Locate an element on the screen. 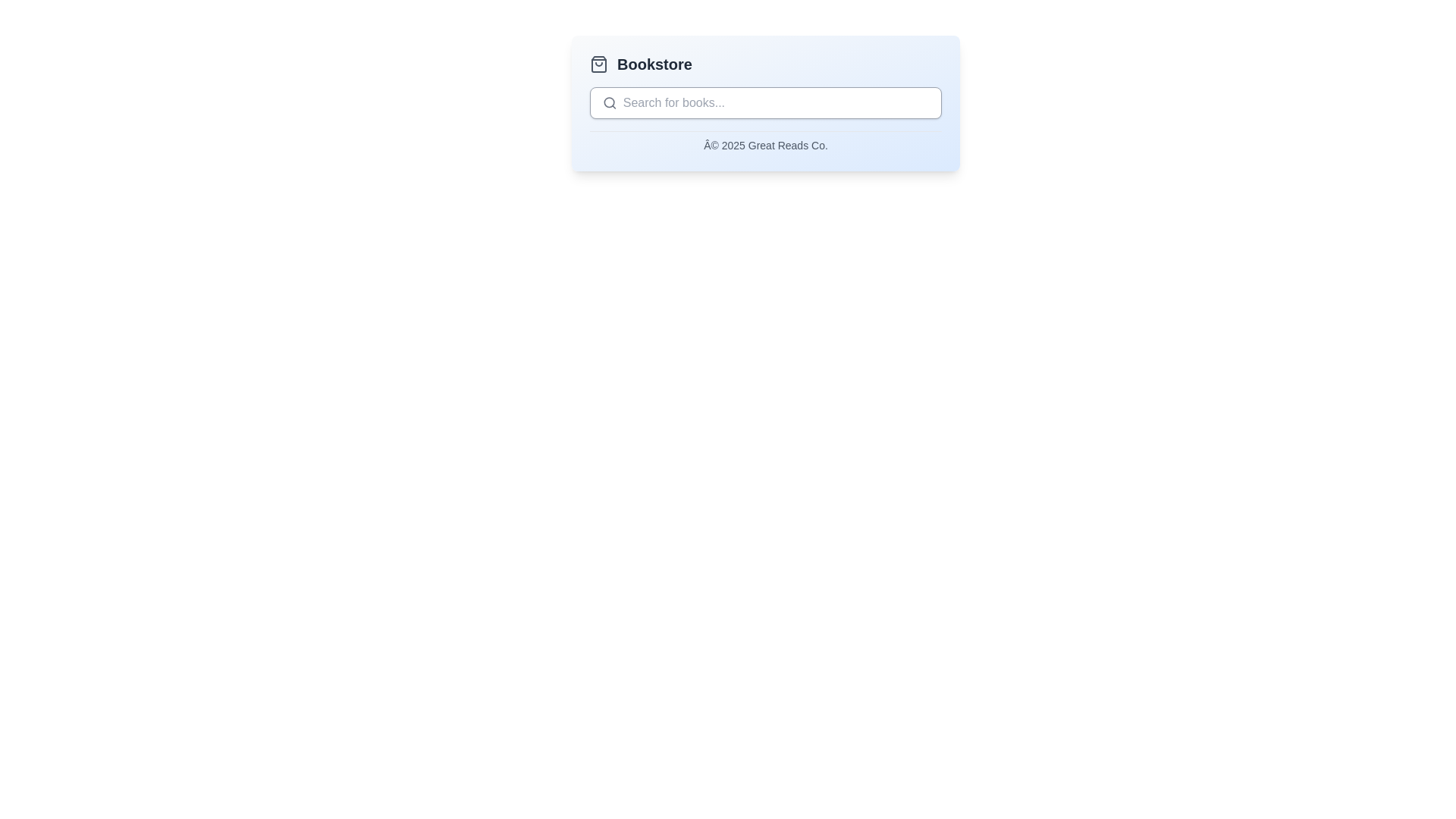 The image size is (1456, 819). shopping bag icon located to the left of the bold 'Bookstore' text, which has a gray outline and a box-shaped base with a handle on top is located at coordinates (598, 63).